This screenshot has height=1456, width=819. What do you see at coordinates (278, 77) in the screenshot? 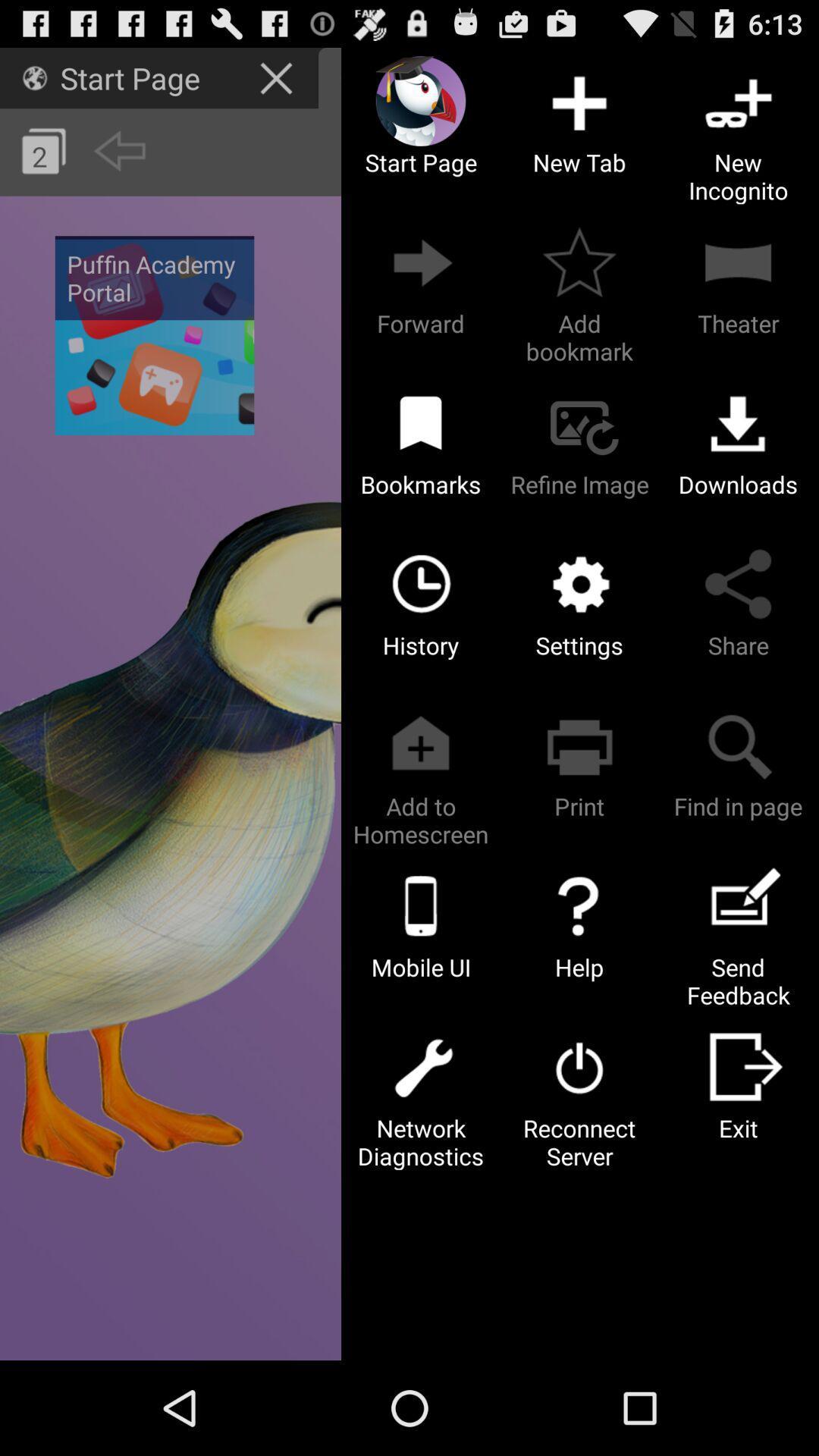
I see `cross sign right to start page` at bounding box center [278, 77].